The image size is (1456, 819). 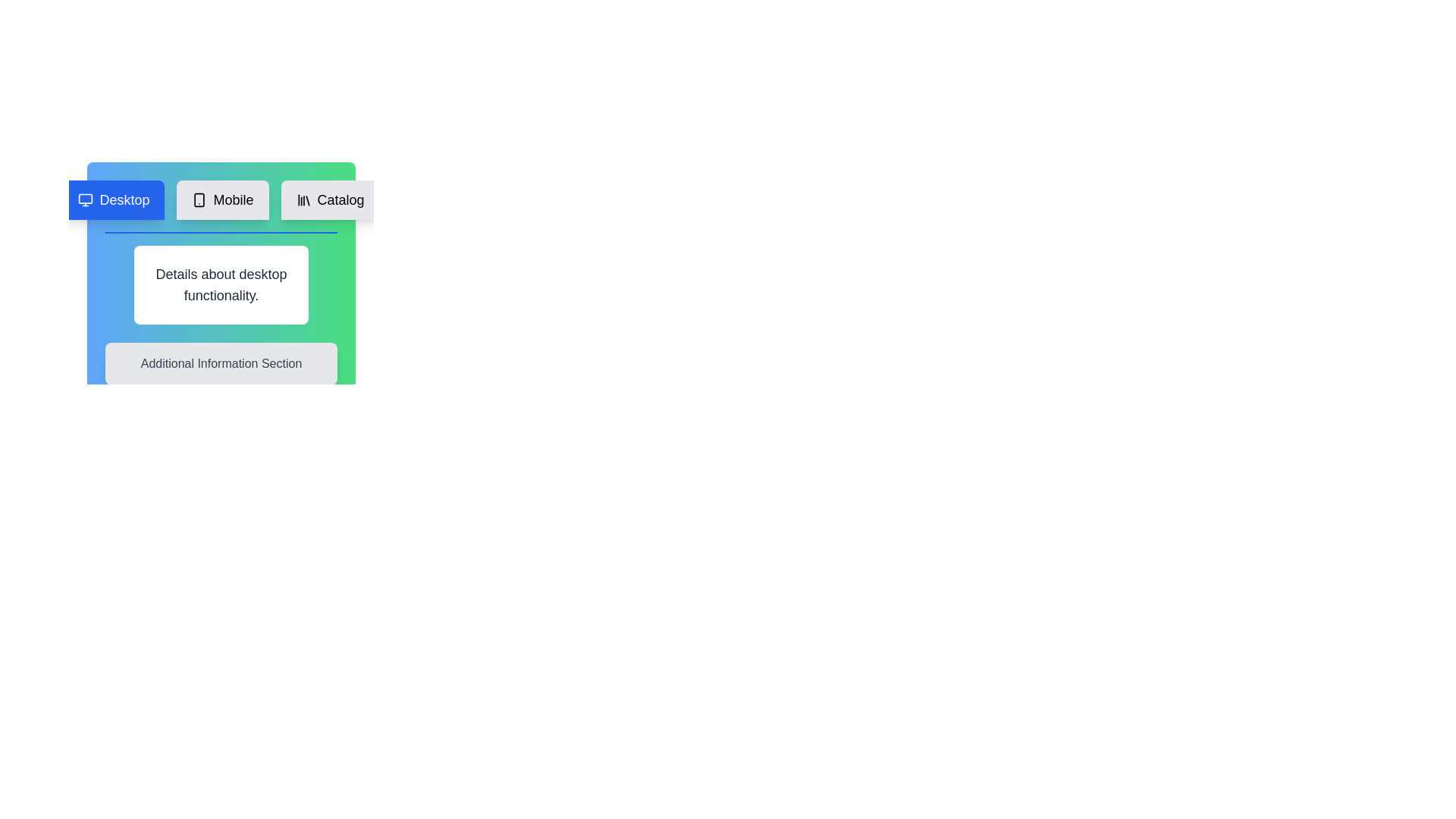 What do you see at coordinates (112, 199) in the screenshot?
I see `the Desktop tab` at bounding box center [112, 199].